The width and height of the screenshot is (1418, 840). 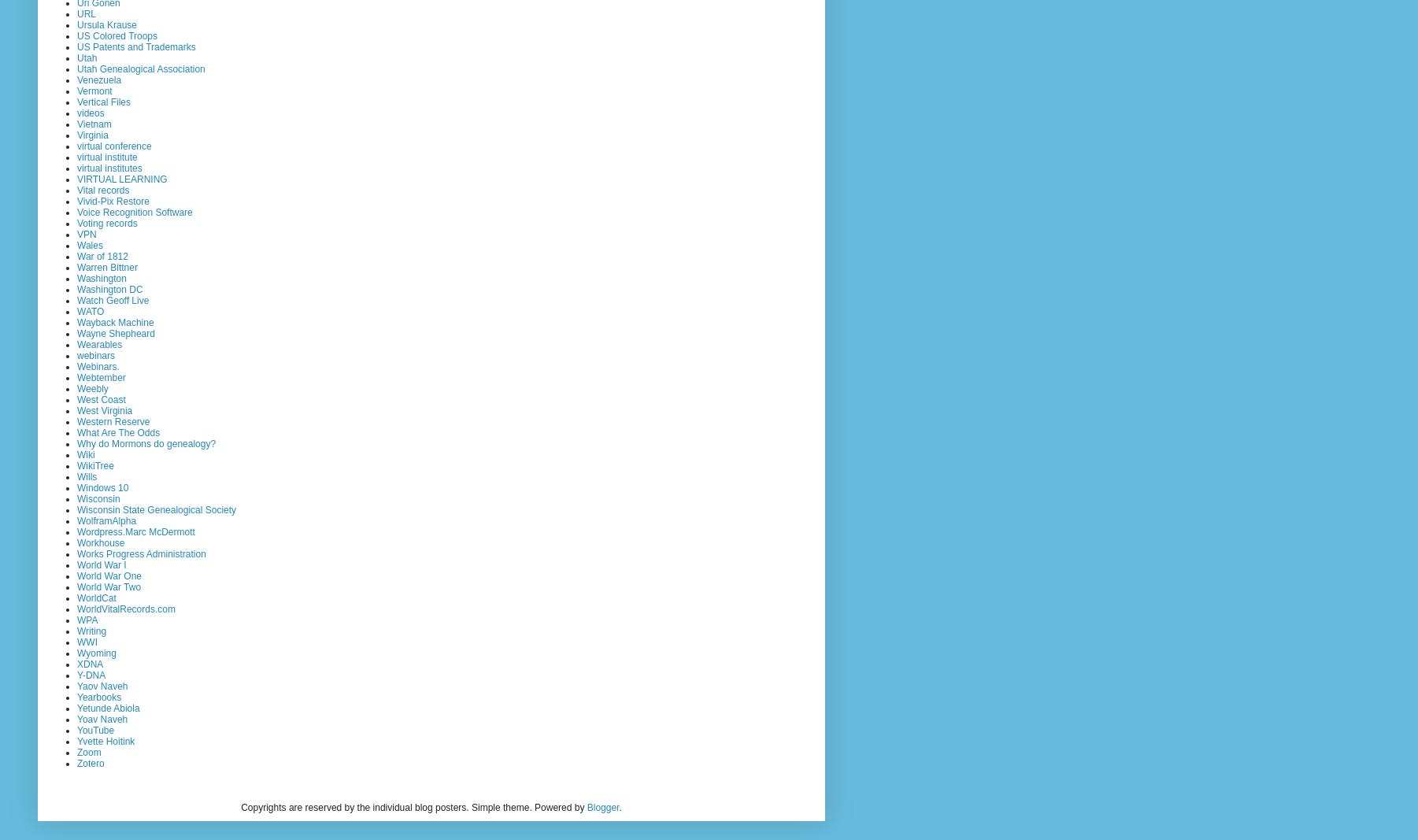 What do you see at coordinates (108, 707) in the screenshot?
I see `'Yetunde Abiola'` at bounding box center [108, 707].